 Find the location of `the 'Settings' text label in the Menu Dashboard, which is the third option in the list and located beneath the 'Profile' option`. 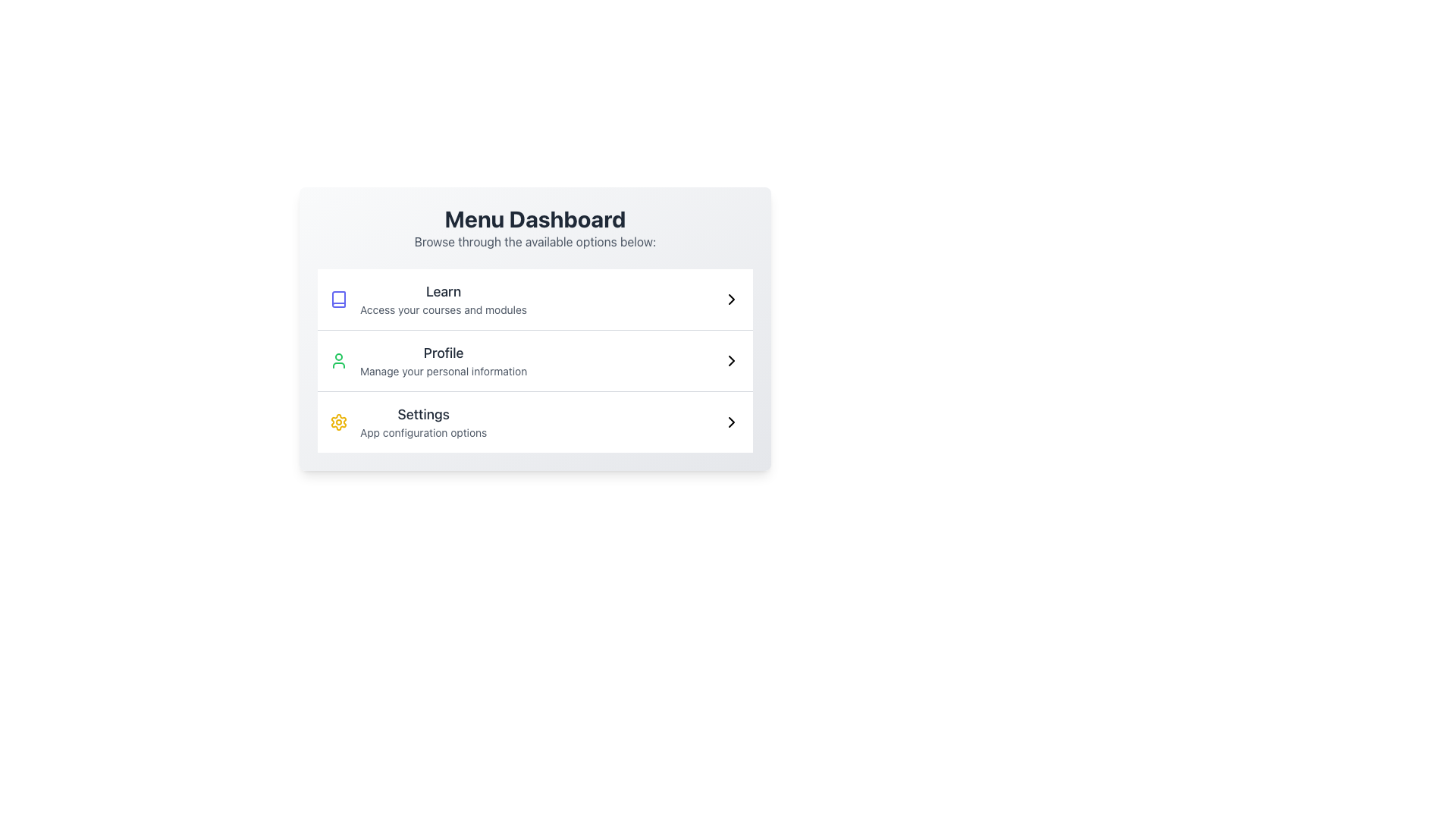

the 'Settings' text label in the Menu Dashboard, which is the third option in the list and located beneath the 'Profile' option is located at coordinates (423, 422).